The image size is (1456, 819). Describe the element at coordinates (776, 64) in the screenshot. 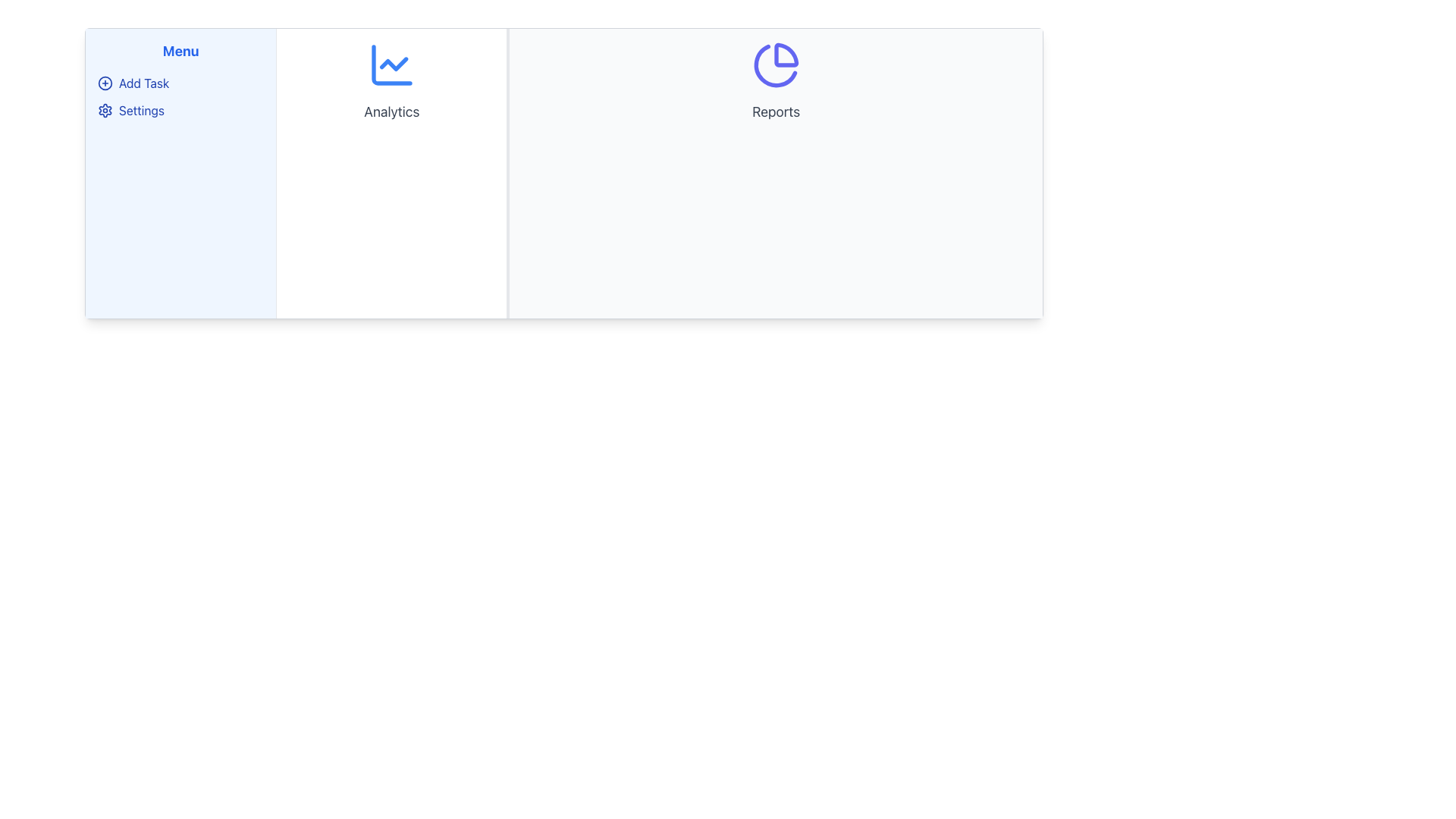

I see `the 'Reports' icon located in the right panel above the 'Reports' text` at that location.